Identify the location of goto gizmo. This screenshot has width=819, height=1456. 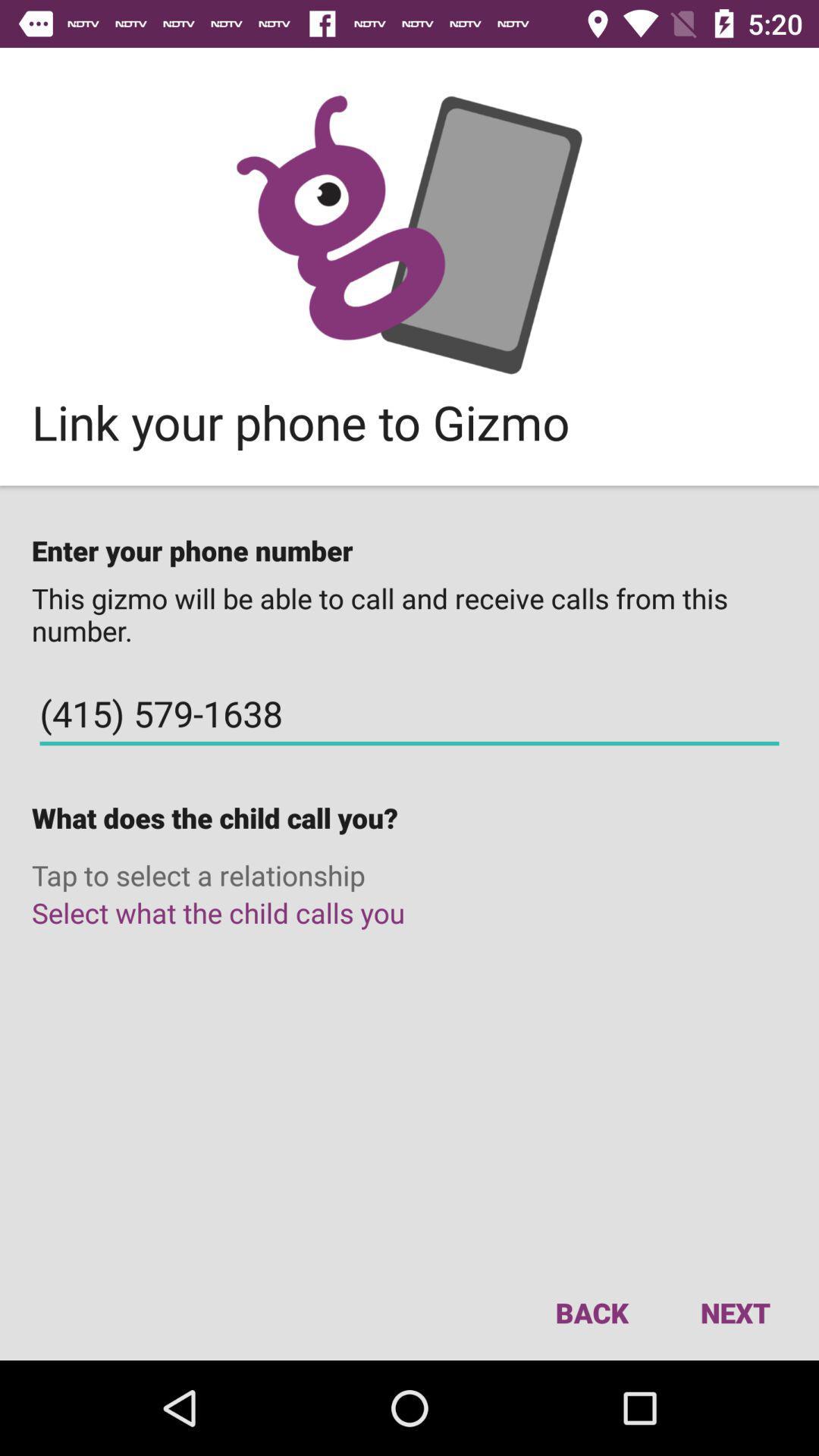
(409, 234).